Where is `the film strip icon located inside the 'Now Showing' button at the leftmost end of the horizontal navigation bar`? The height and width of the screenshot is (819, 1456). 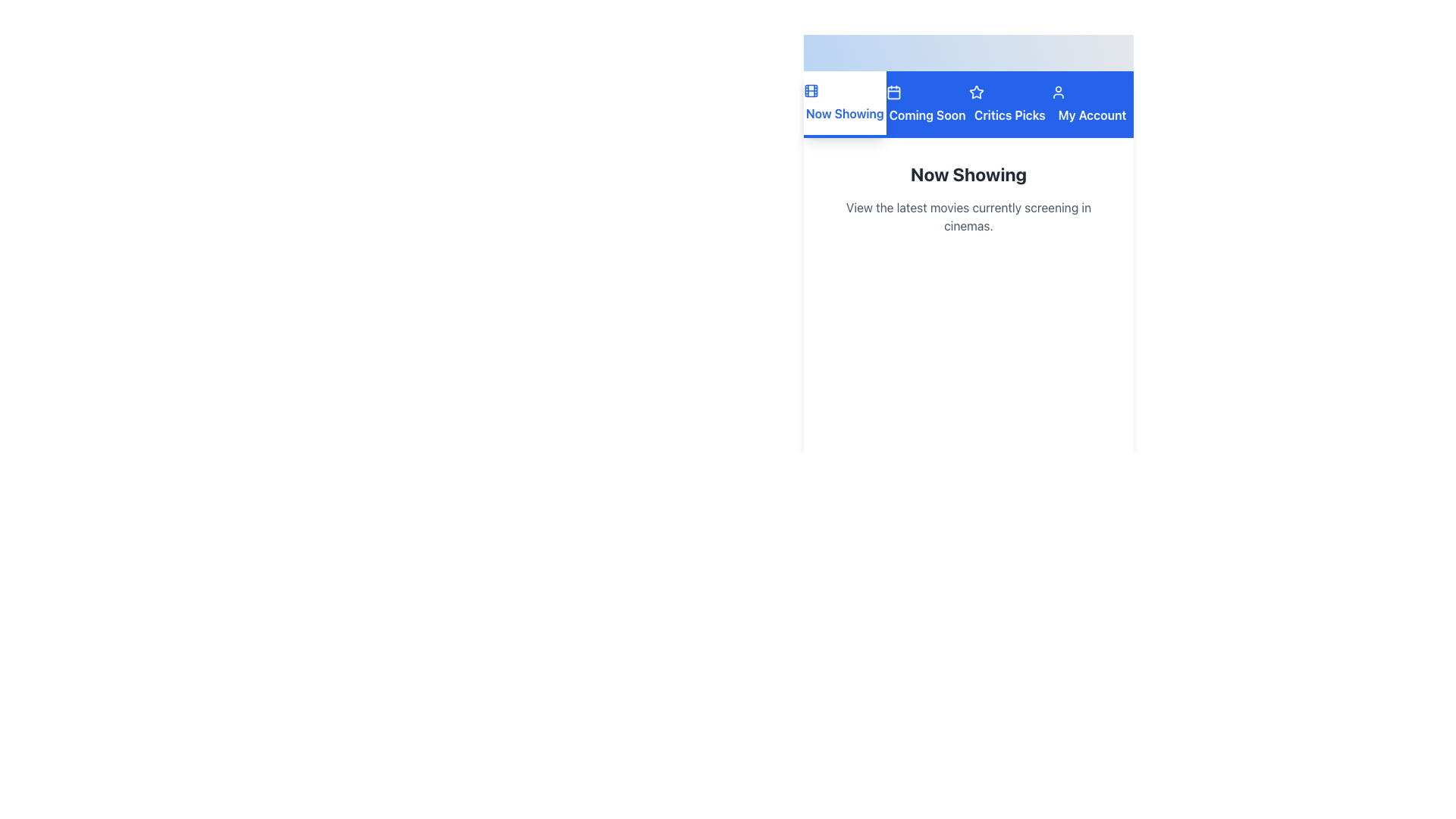
the film strip icon located inside the 'Now Showing' button at the leftmost end of the horizontal navigation bar is located at coordinates (811, 90).